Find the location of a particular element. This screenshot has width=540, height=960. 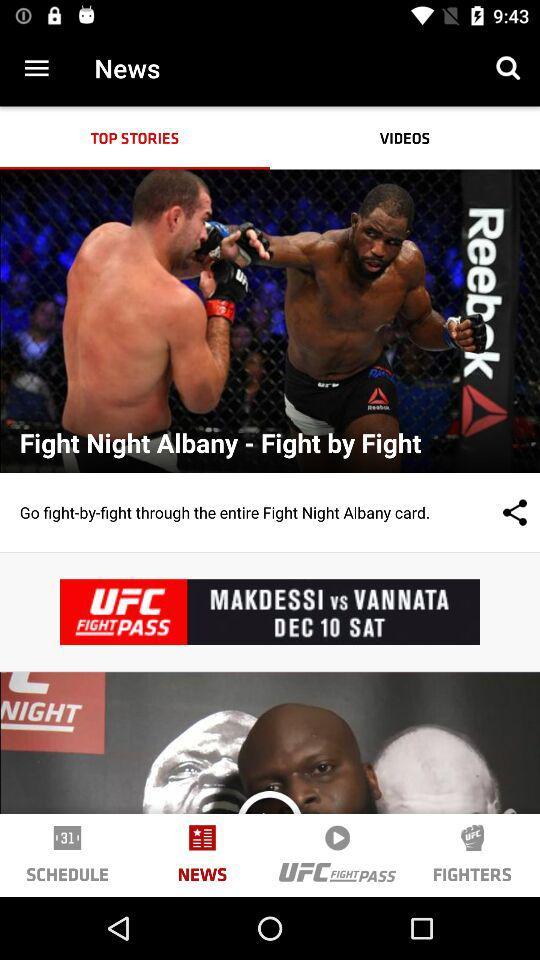

icon to the right of news is located at coordinates (508, 68).